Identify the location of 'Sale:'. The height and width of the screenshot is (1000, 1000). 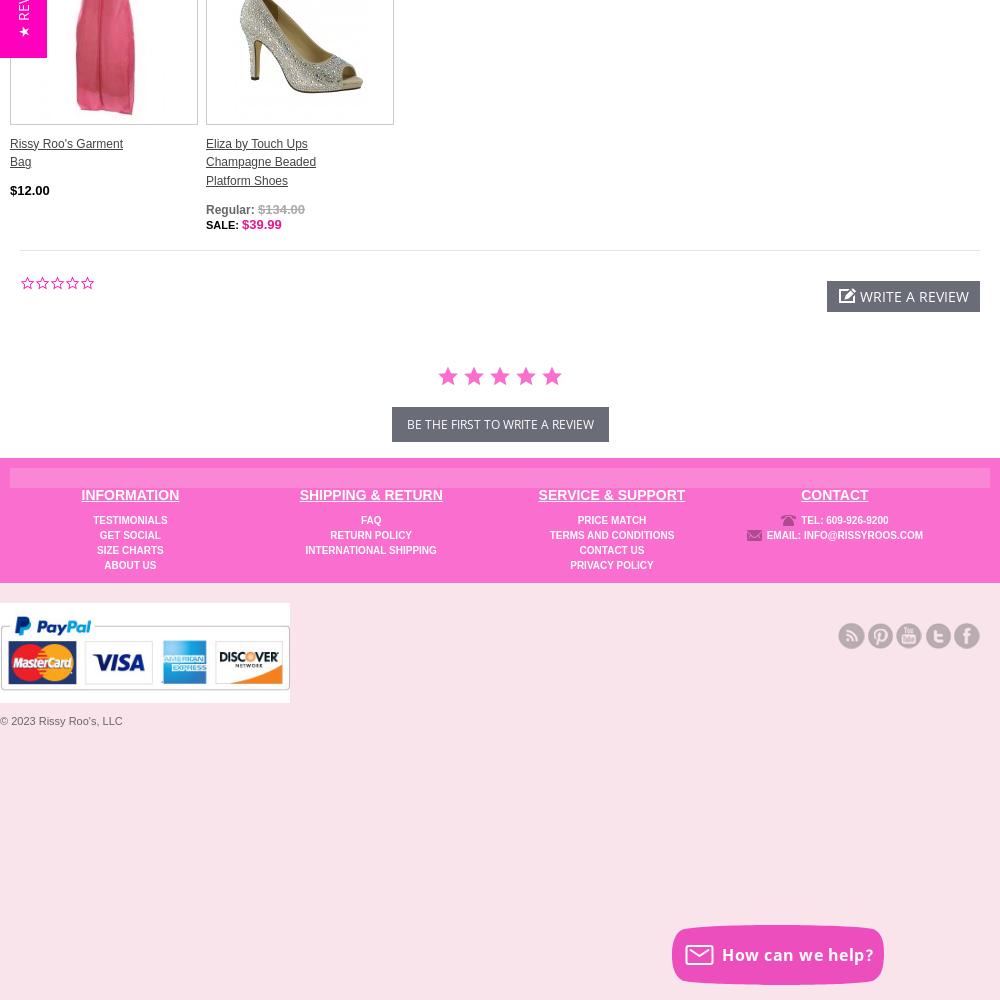
(223, 223).